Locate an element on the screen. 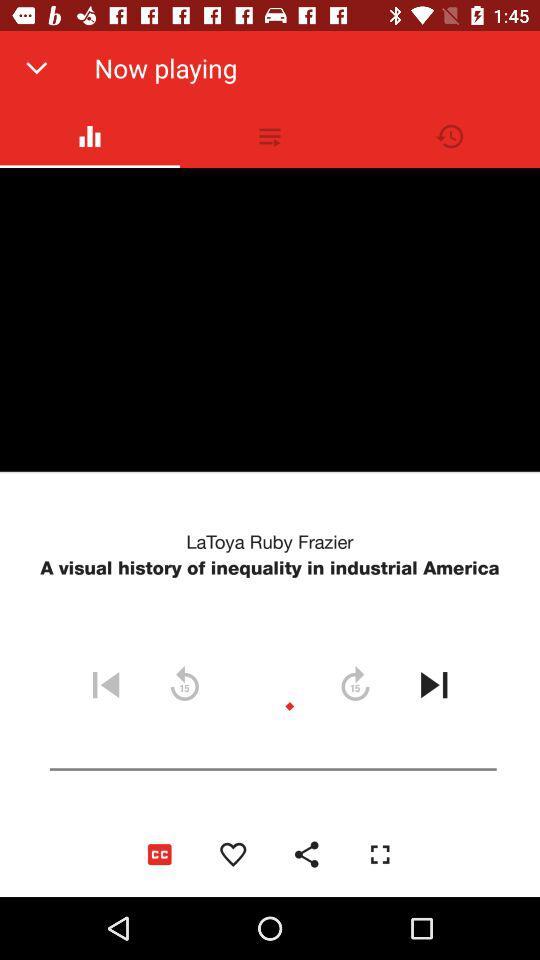 Image resolution: width=540 pixels, height=960 pixels. the refresh icon is located at coordinates (184, 684).